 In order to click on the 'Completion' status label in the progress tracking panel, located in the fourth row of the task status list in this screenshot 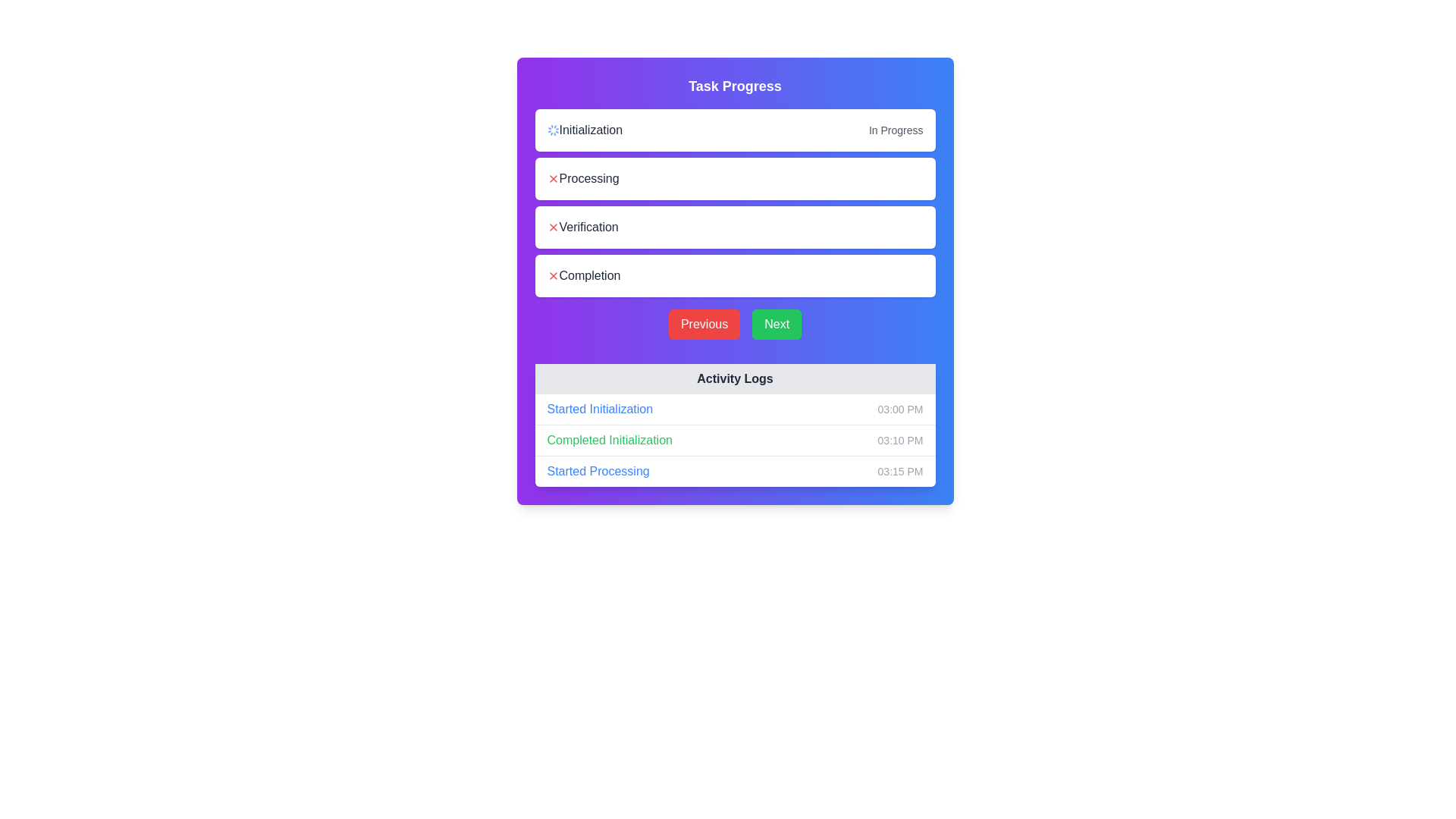, I will do `click(582, 275)`.